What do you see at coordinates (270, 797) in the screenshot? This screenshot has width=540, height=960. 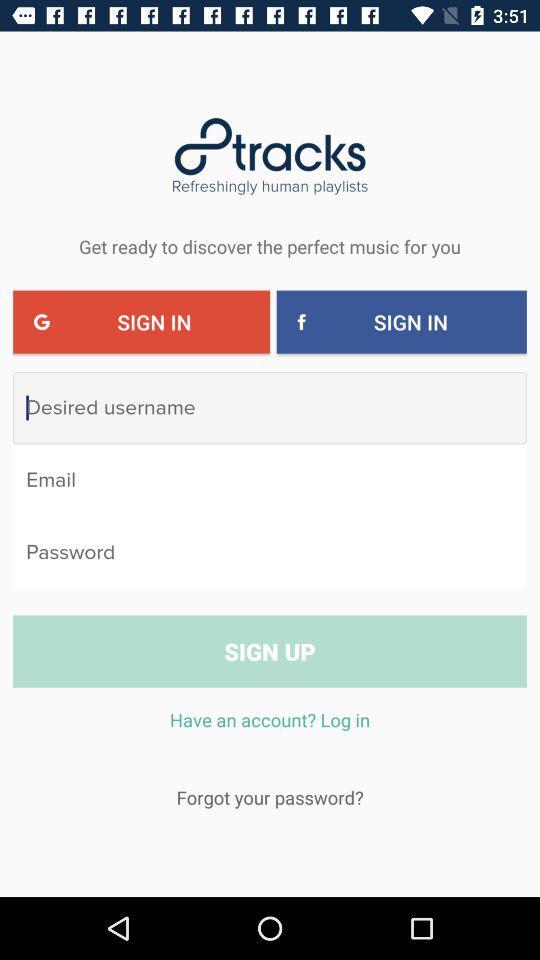 I see `icon below the have an account icon` at bounding box center [270, 797].